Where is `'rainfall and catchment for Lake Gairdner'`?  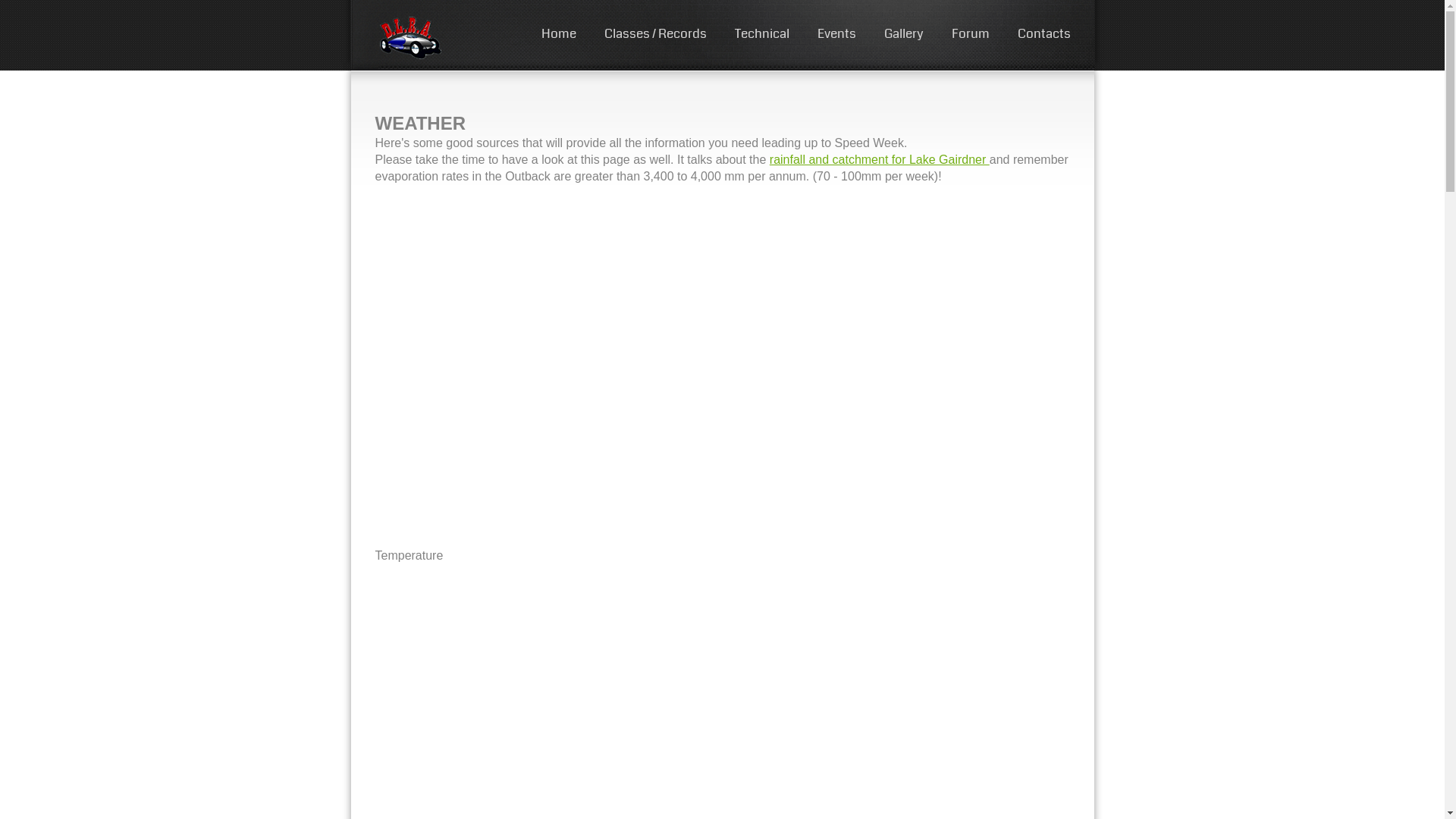
'rainfall and catchment for Lake Gairdner' is located at coordinates (769, 159).